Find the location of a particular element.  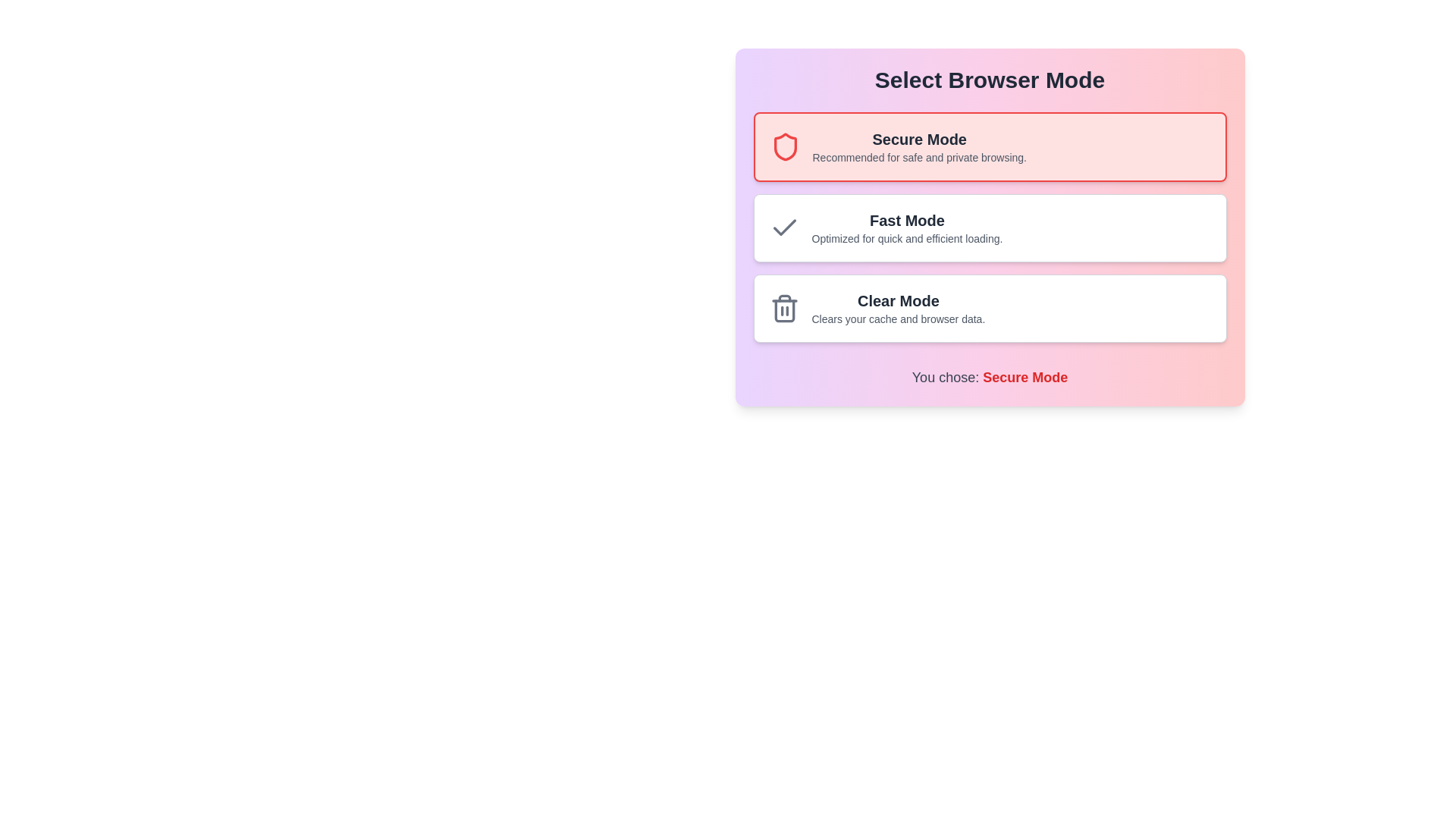

the textual content element displaying 'Secure Mode' and its description 'Recommended for safe and private browsing.' is located at coordinates (918, 146).